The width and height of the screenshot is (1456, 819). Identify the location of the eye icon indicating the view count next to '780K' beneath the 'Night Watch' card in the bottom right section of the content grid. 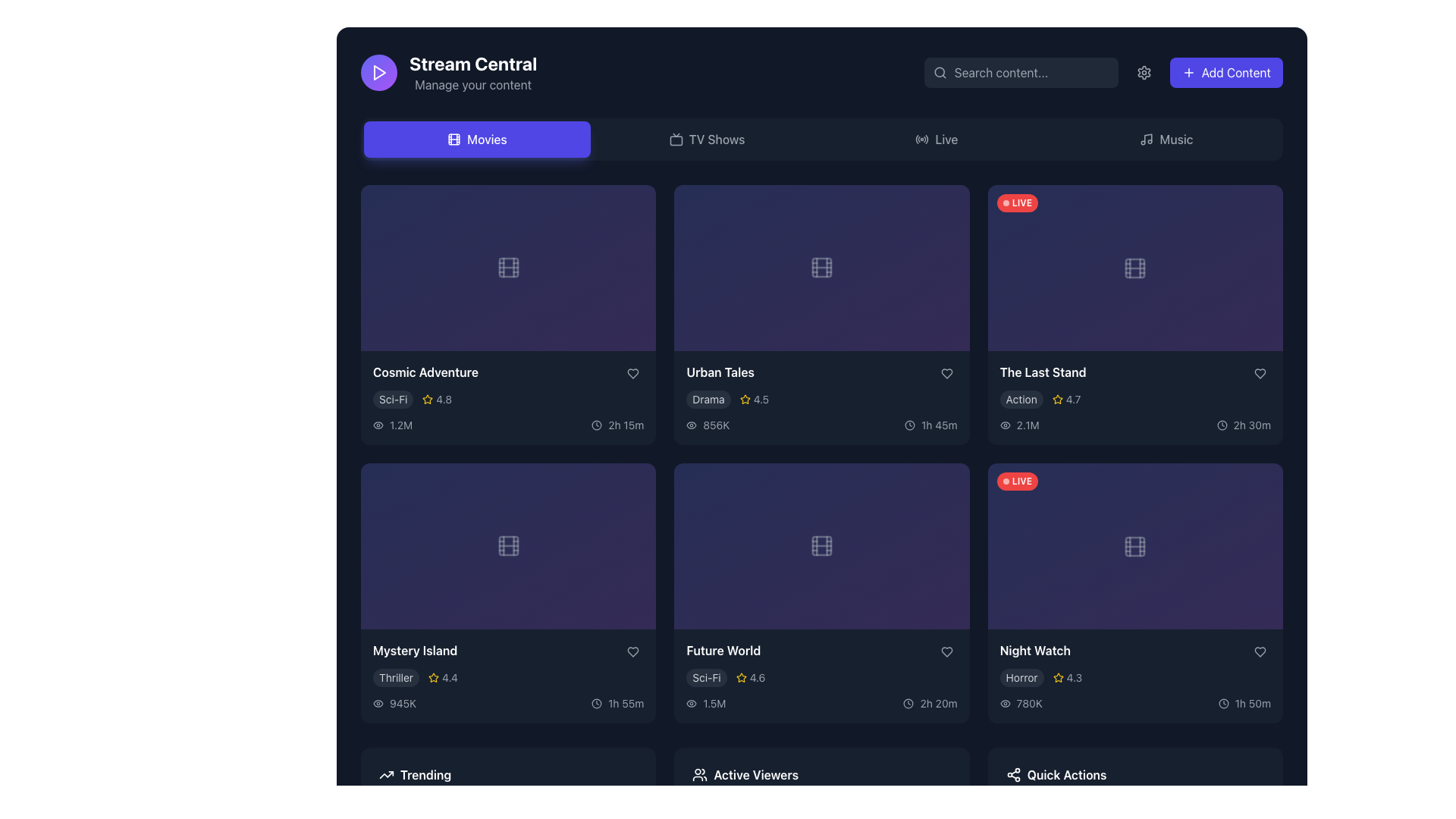
(1005, 704).